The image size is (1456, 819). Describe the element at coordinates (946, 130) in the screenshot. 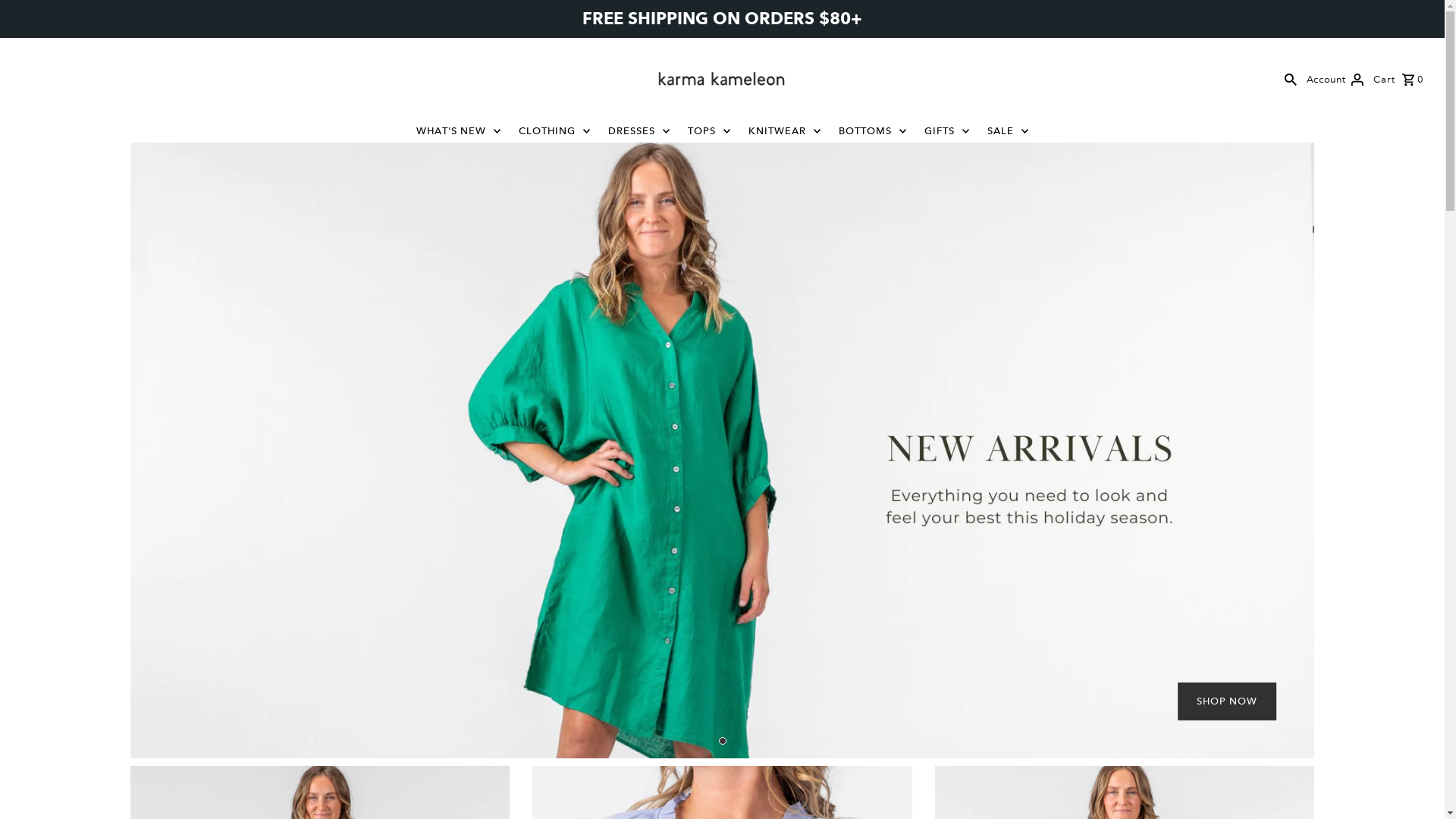

I see `'GIFTS'` at that location.